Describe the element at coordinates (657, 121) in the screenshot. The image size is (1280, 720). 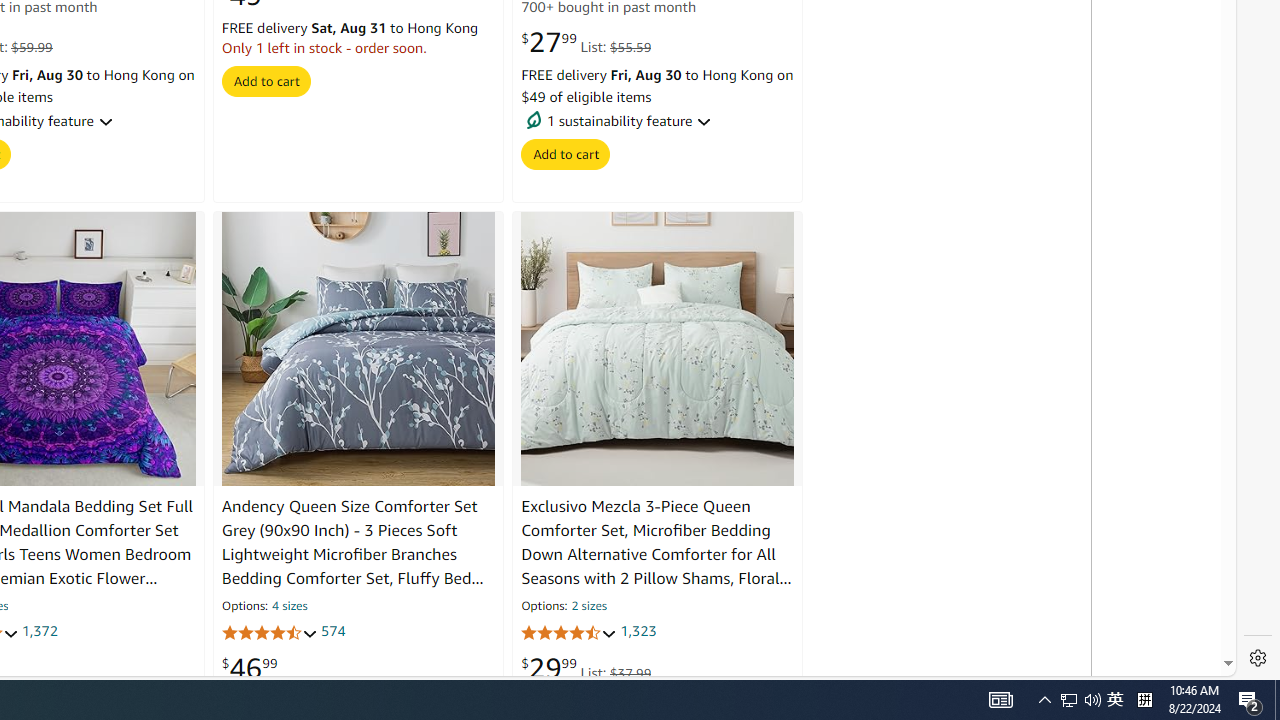
I see `' 1 sustainability feature'` at that location.